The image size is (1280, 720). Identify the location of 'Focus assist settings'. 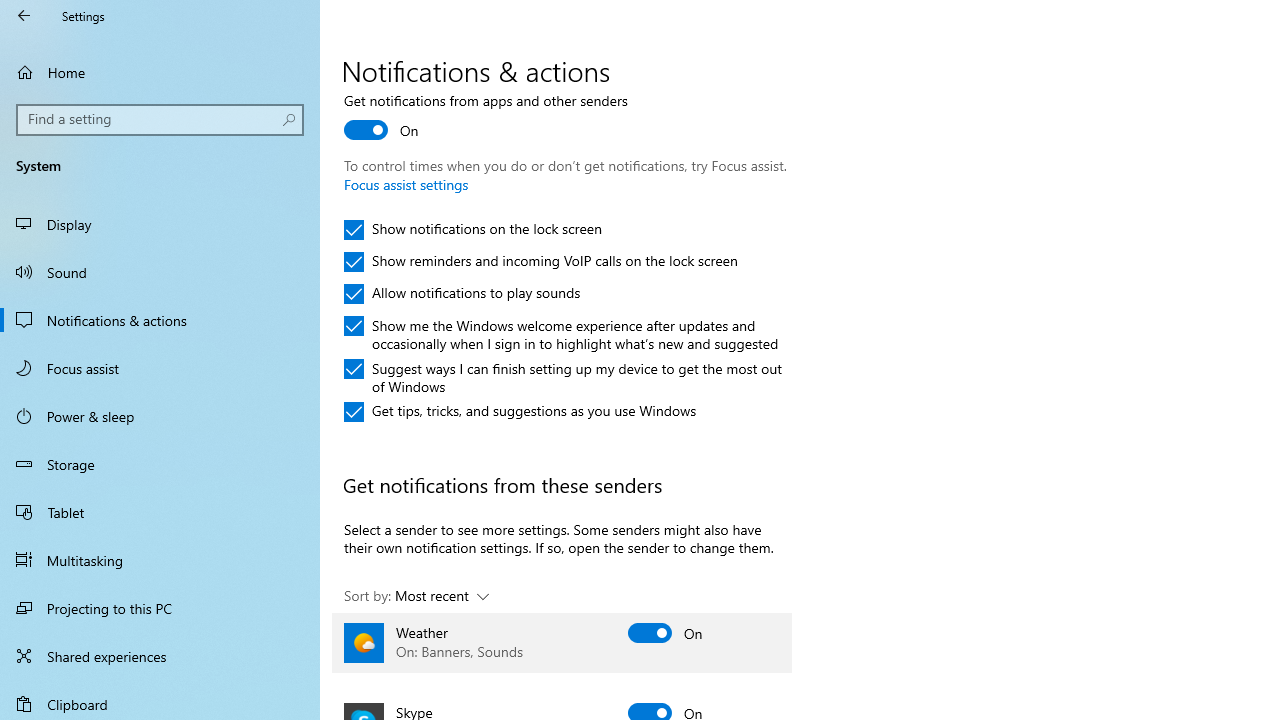
(405, 184).